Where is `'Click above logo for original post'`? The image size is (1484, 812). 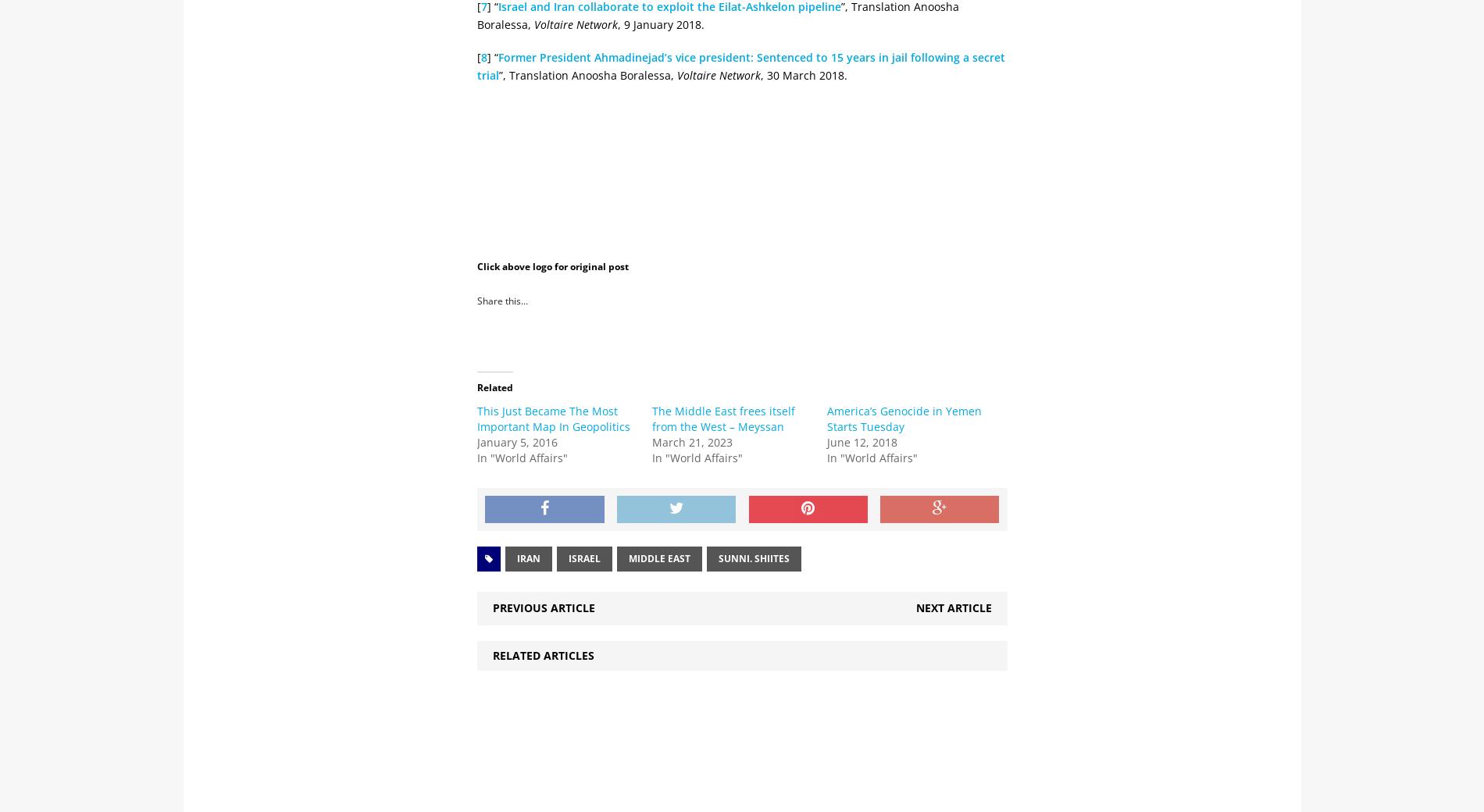
'Click above logo for original post' is located at coordinates (552, 265).